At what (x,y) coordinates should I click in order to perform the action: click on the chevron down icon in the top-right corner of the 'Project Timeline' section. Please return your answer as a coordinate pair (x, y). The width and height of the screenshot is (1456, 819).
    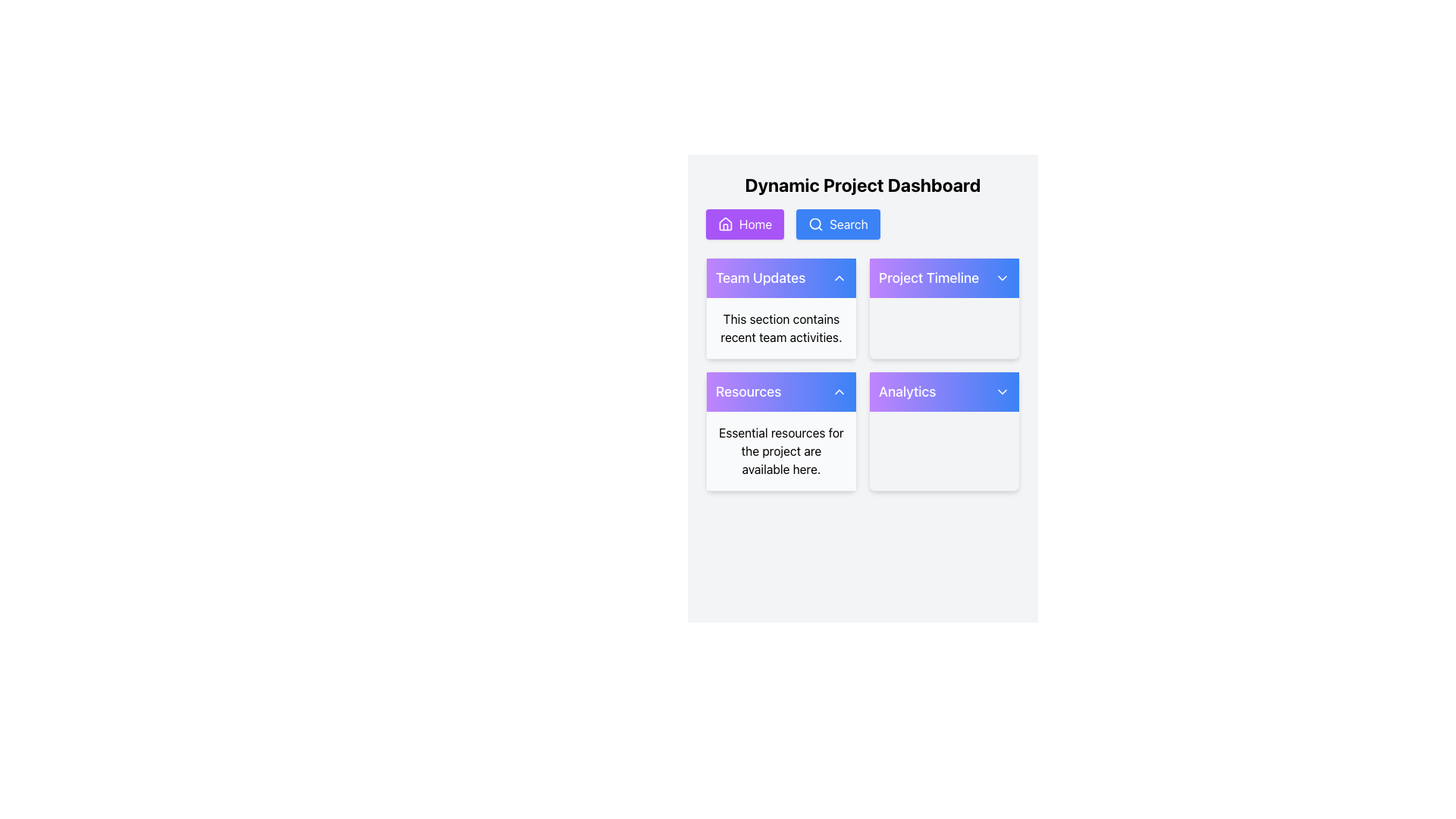
    Looking at the image, I should click on (1002, 278).